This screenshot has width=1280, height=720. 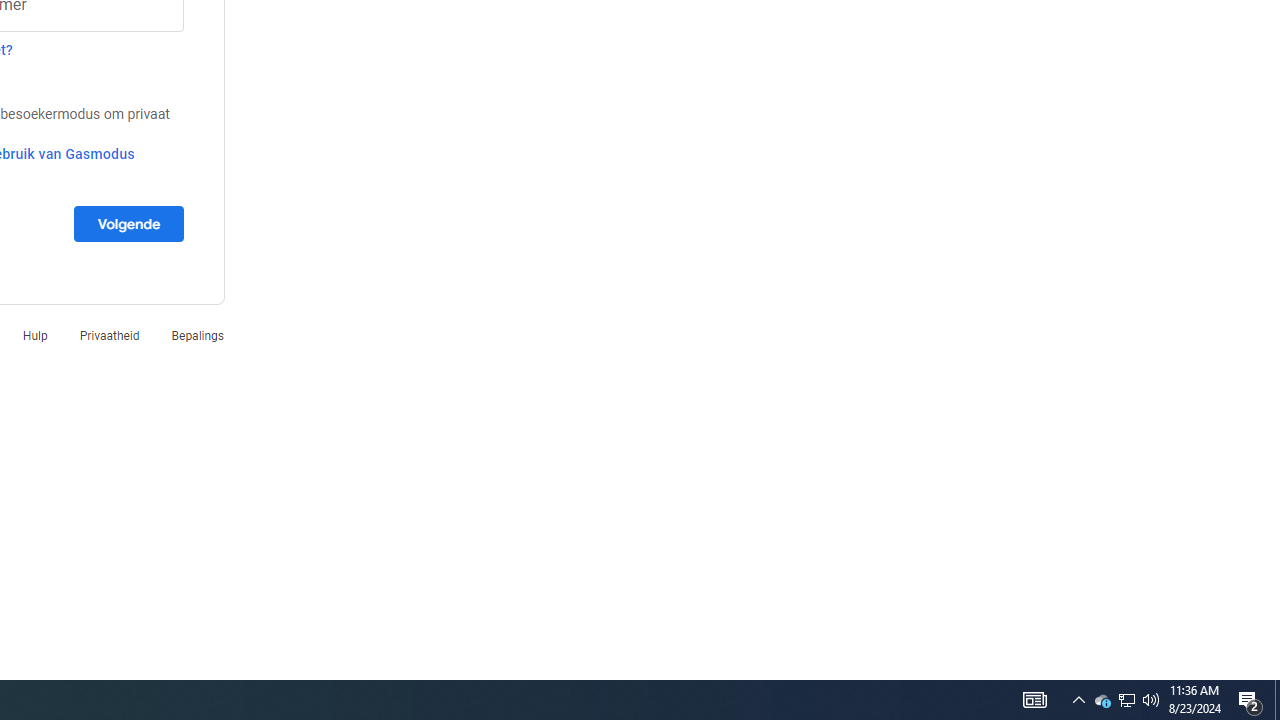 What do you see at coordinates (1276, 698) in the screenshot?
I see `'Show desktop'` at bounding box center [1276, 698].